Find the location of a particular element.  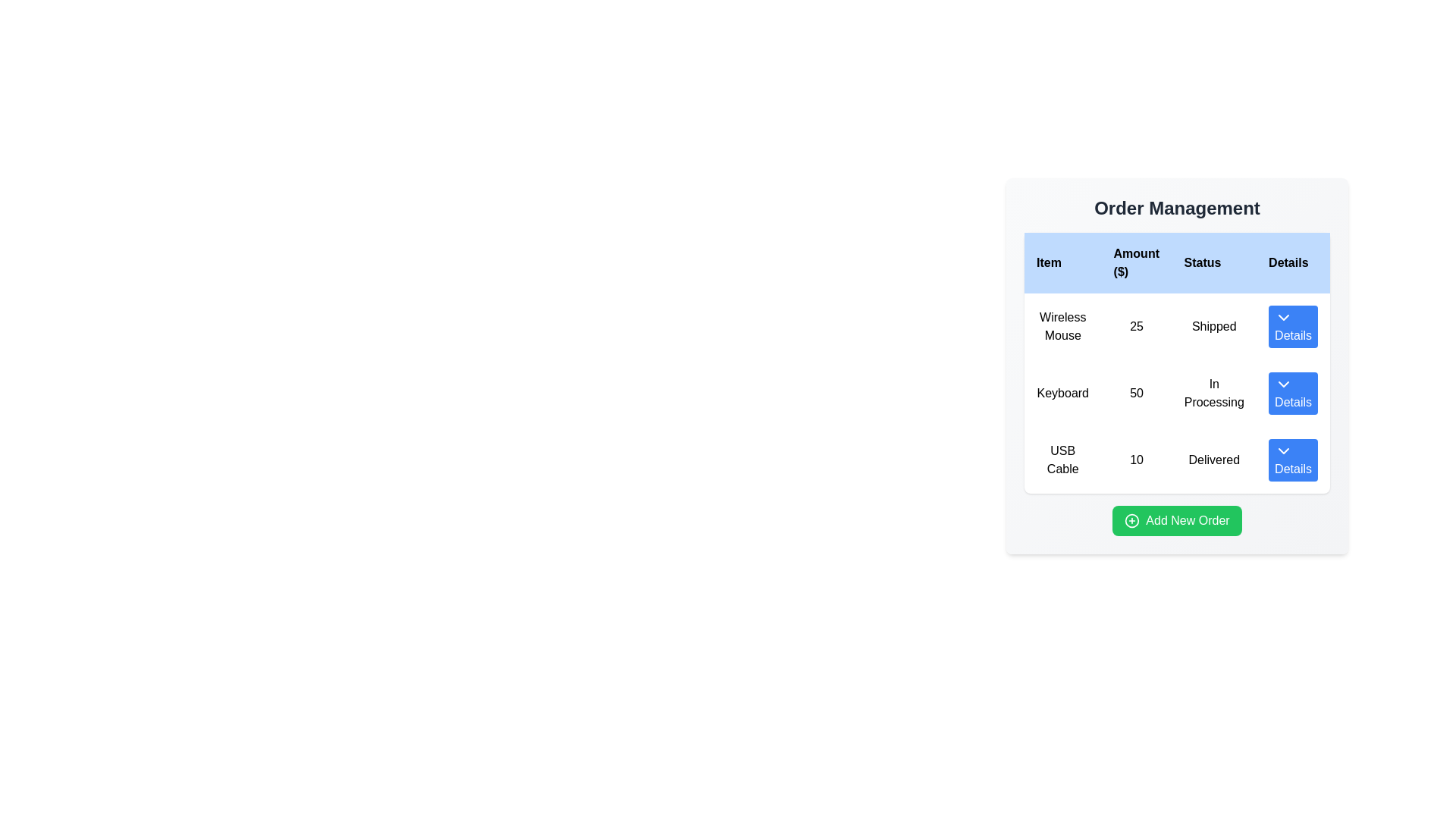

the 'Delivered' text label element, which is part of the item listing for 'USB Cable', positioned to the right of the 'Amount ($)' element and to the left of the 'Details' button is located at coordinates (1214, 459).